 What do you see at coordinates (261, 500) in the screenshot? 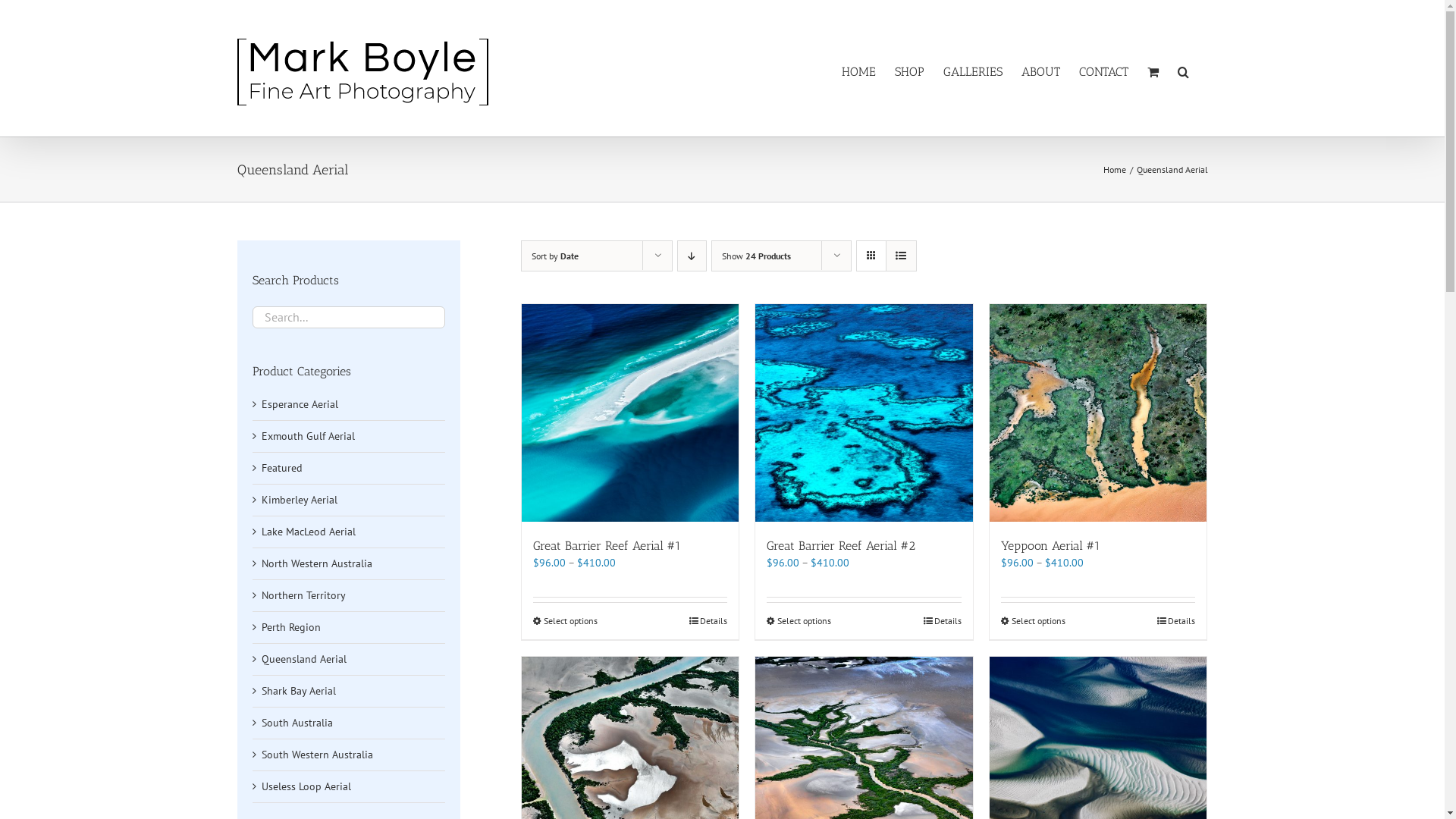
I see `'Kimberley Aerial'` at bounding box center [261, 500].